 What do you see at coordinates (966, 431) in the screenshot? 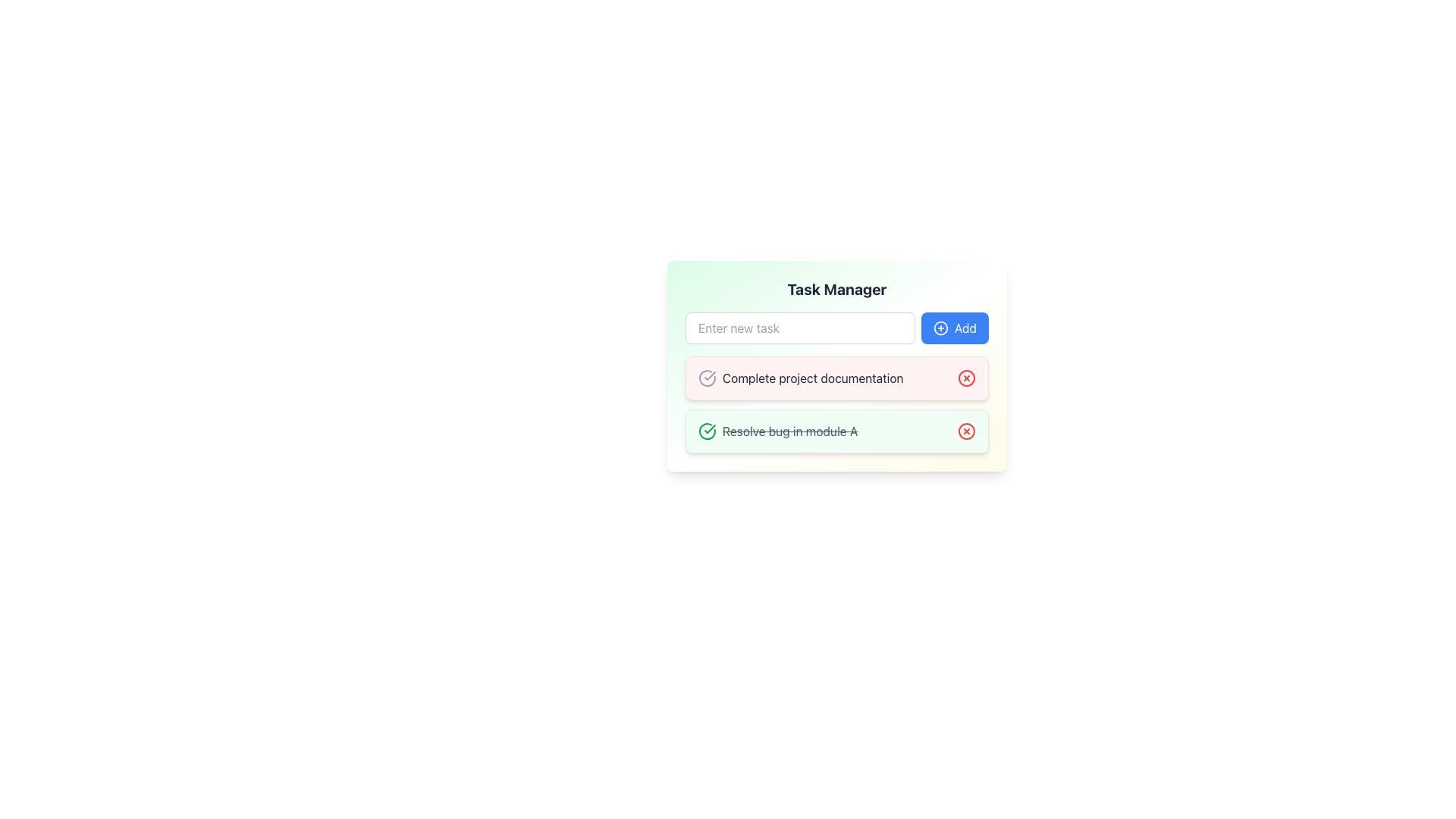
I see `circle element located within the graphical close icon for the second task entry, which represents the action to resolve a bug in module A` at bounding box center [966, 431].